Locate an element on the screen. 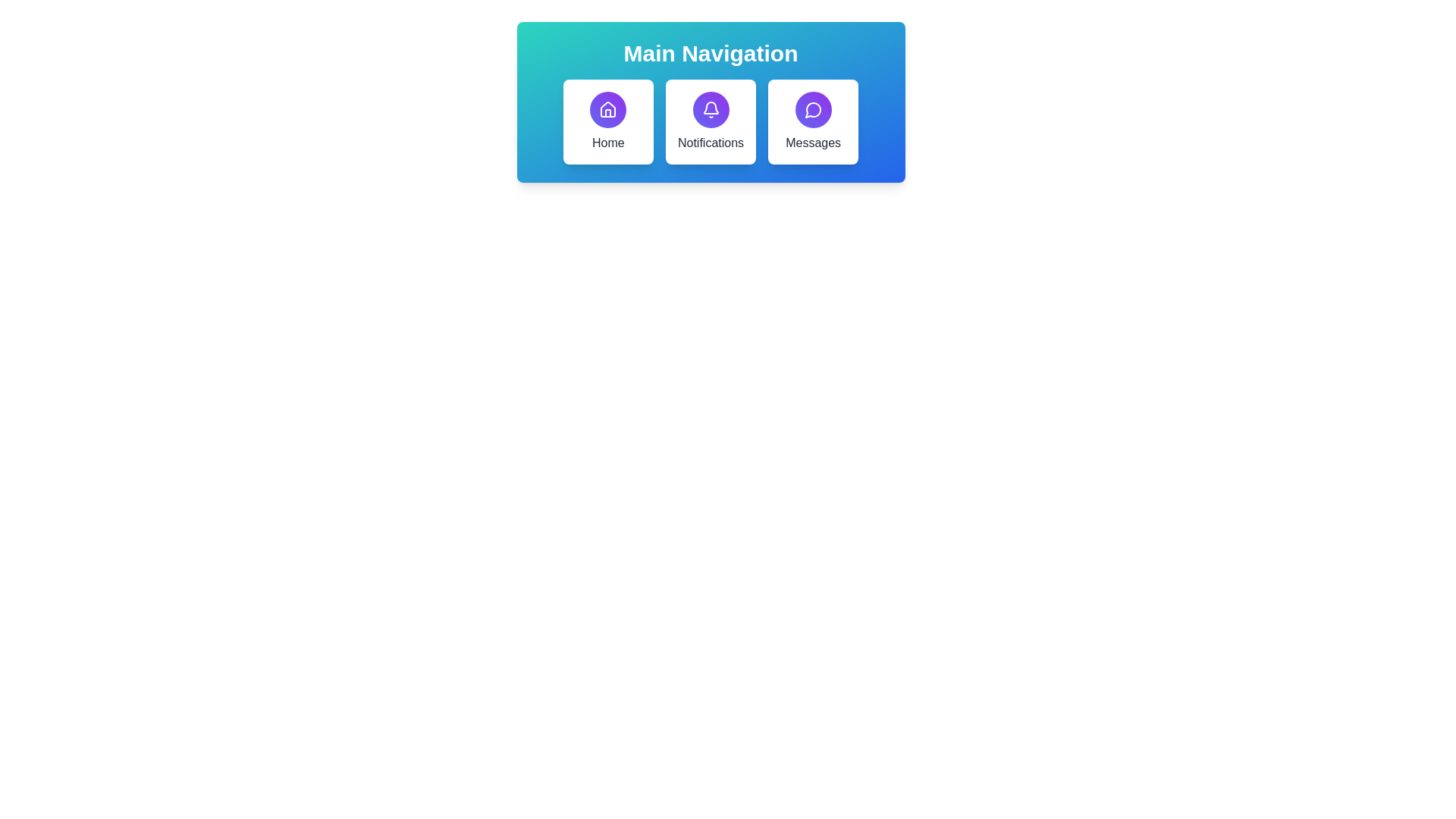 The height and width of the screenshot is (819, 1456). the circular purple speech bubble icon with a checkmark inside, which serves as the Messages button's navigation indicator is located at coordinates (812, 109).